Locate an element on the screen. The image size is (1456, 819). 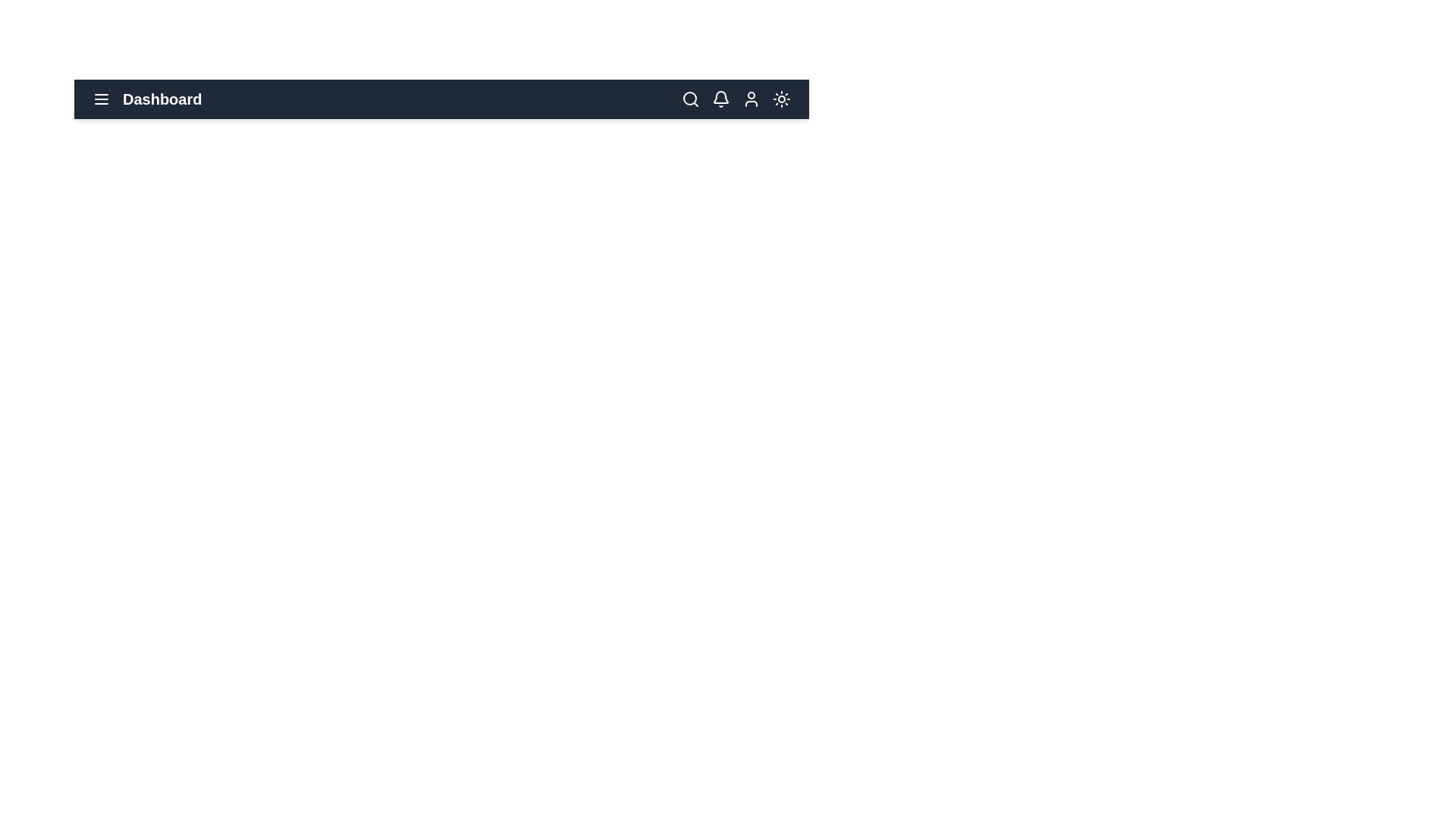
the magnifying glass icon to activate the search functionality is located at coordinates (690, 99).